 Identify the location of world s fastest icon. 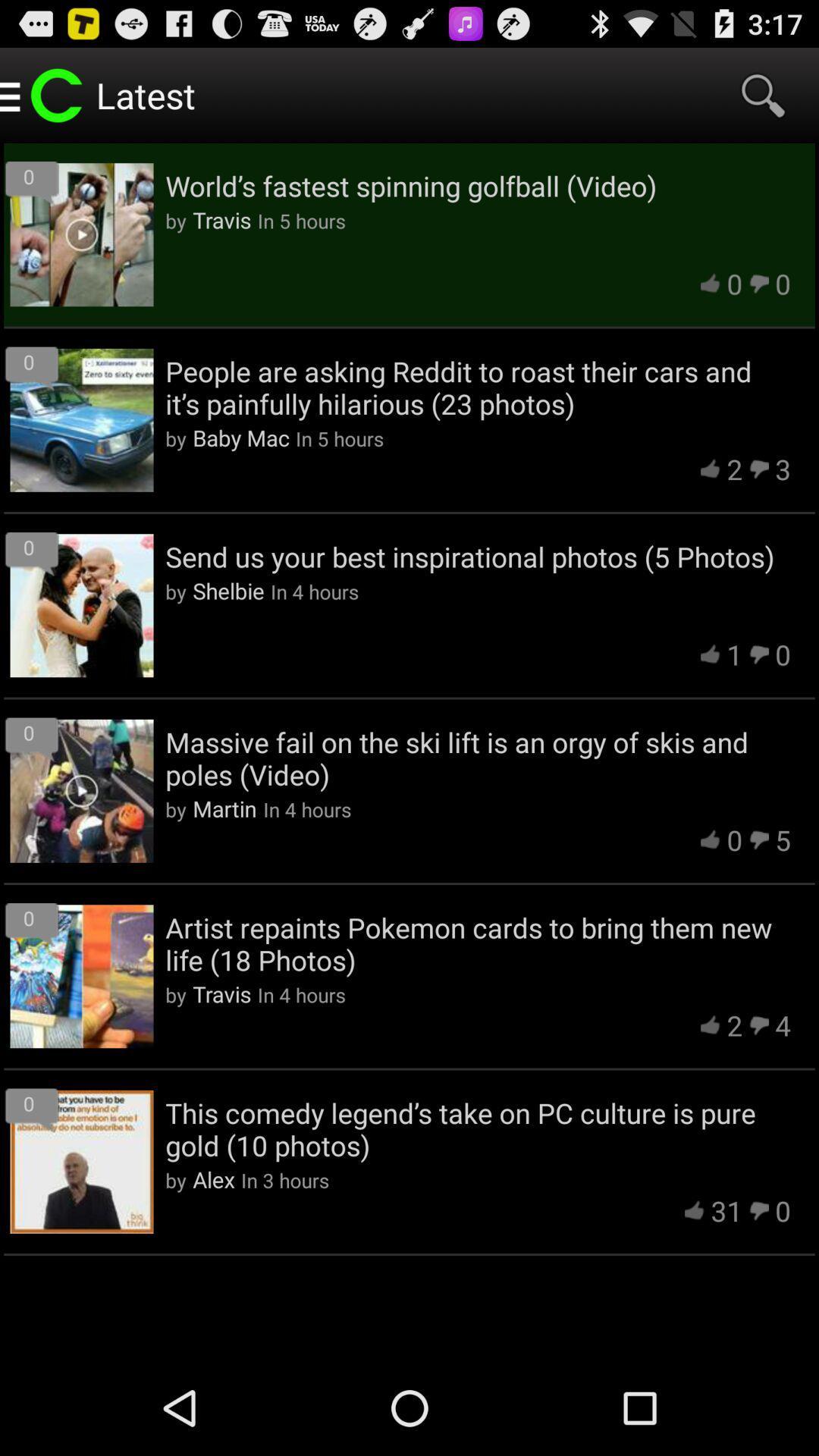
(478, 185).